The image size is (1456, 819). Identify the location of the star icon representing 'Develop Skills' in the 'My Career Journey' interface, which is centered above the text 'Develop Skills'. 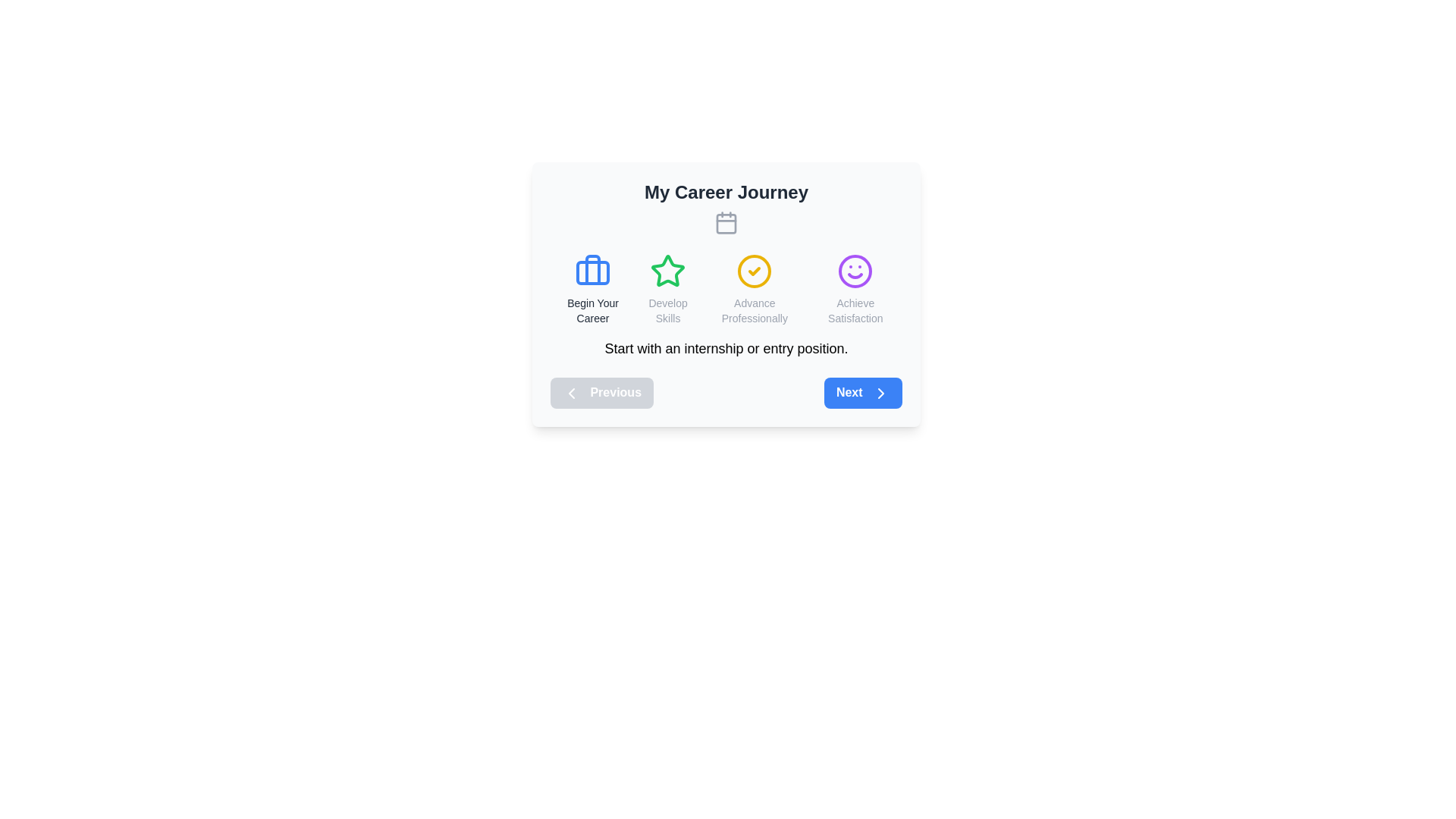
(667, 271).